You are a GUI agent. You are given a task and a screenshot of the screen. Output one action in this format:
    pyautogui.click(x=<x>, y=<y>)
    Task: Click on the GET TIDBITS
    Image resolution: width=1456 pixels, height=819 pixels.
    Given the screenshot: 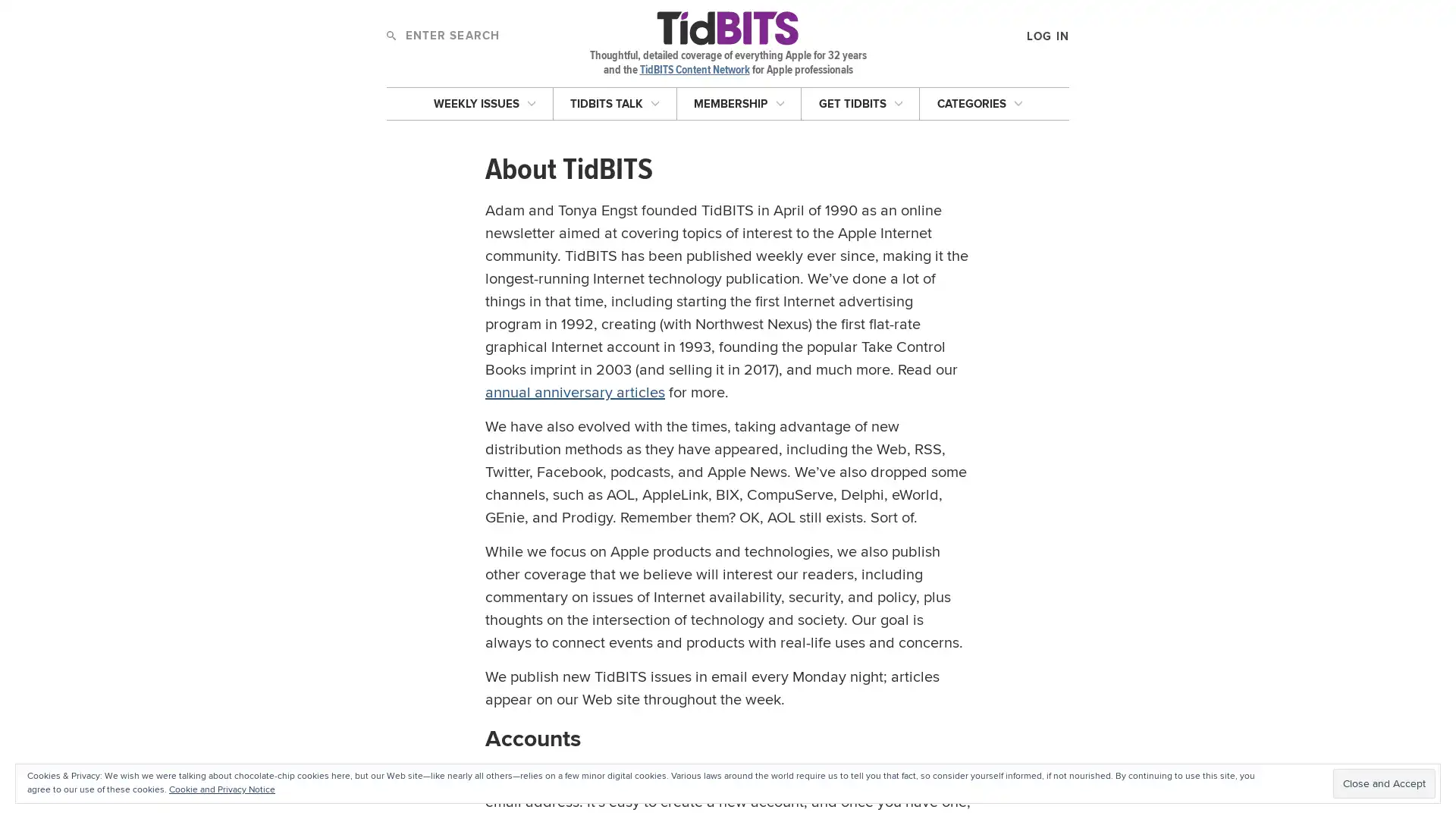 What is the action you would take?
    pyautogui.click(x=860, y=102)
    